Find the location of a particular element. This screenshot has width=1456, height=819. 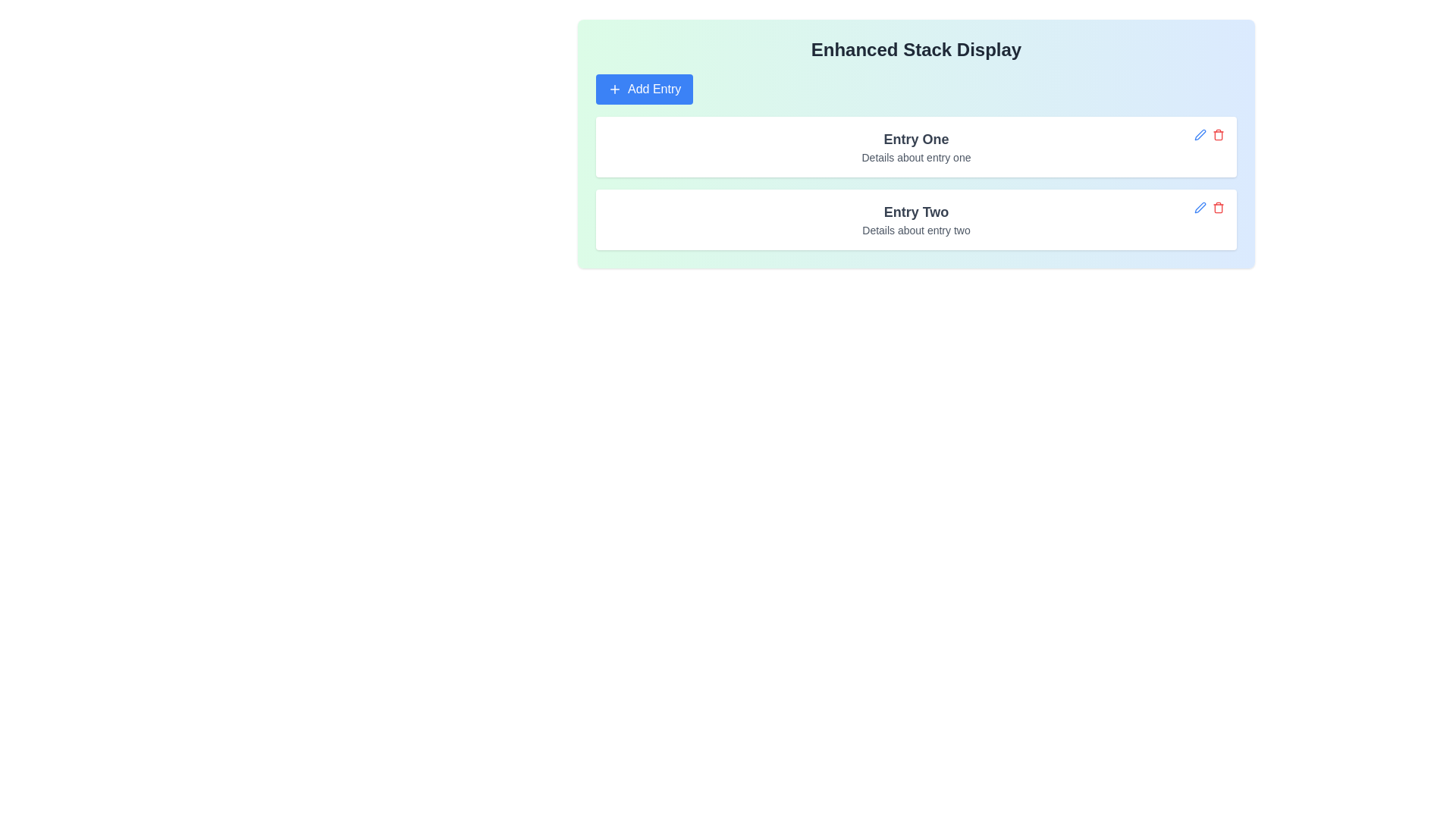

the 'Add Entry' button icon is located at coordinates (615, 89).